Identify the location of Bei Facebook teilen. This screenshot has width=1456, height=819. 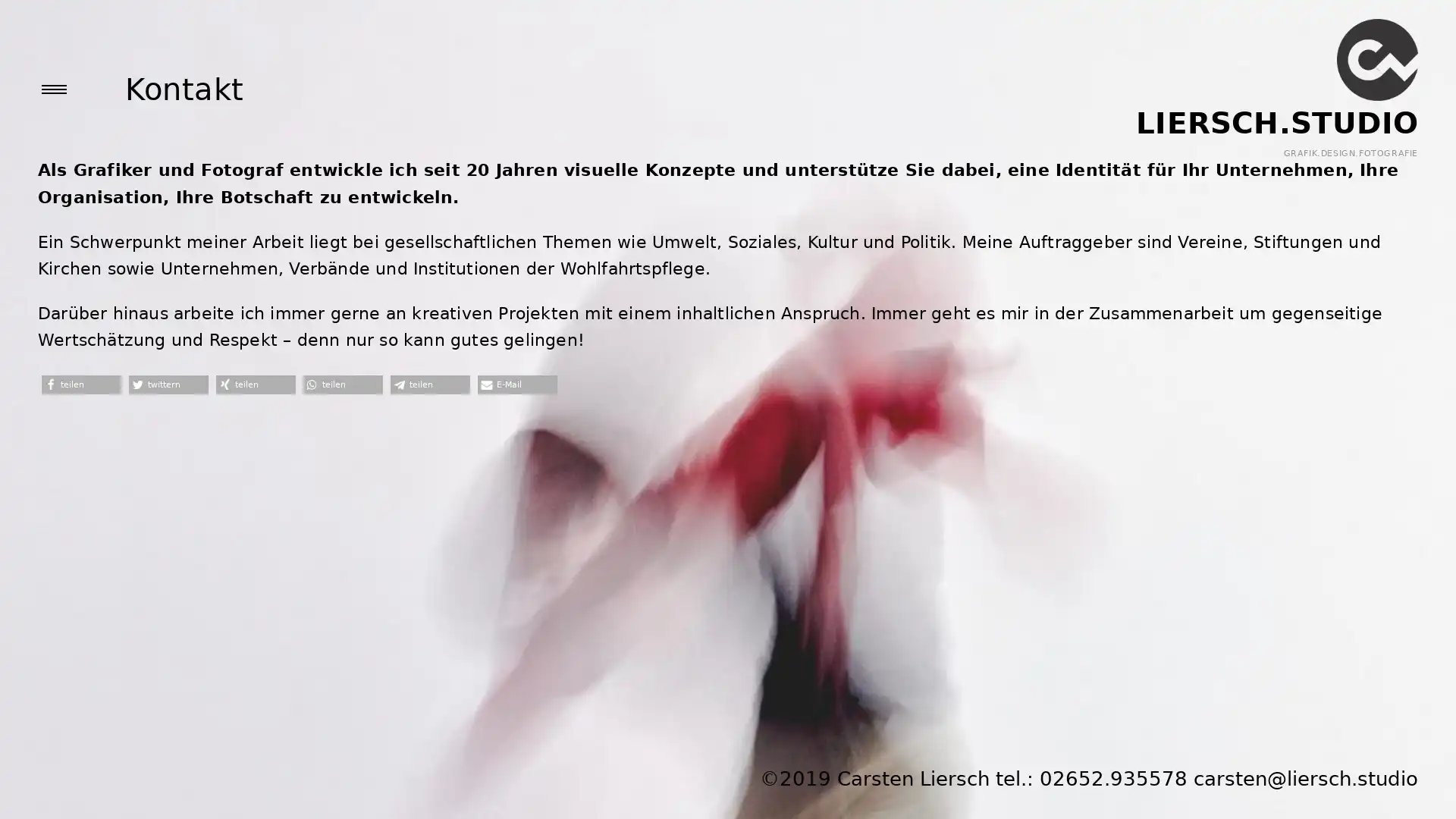
(80, 570).